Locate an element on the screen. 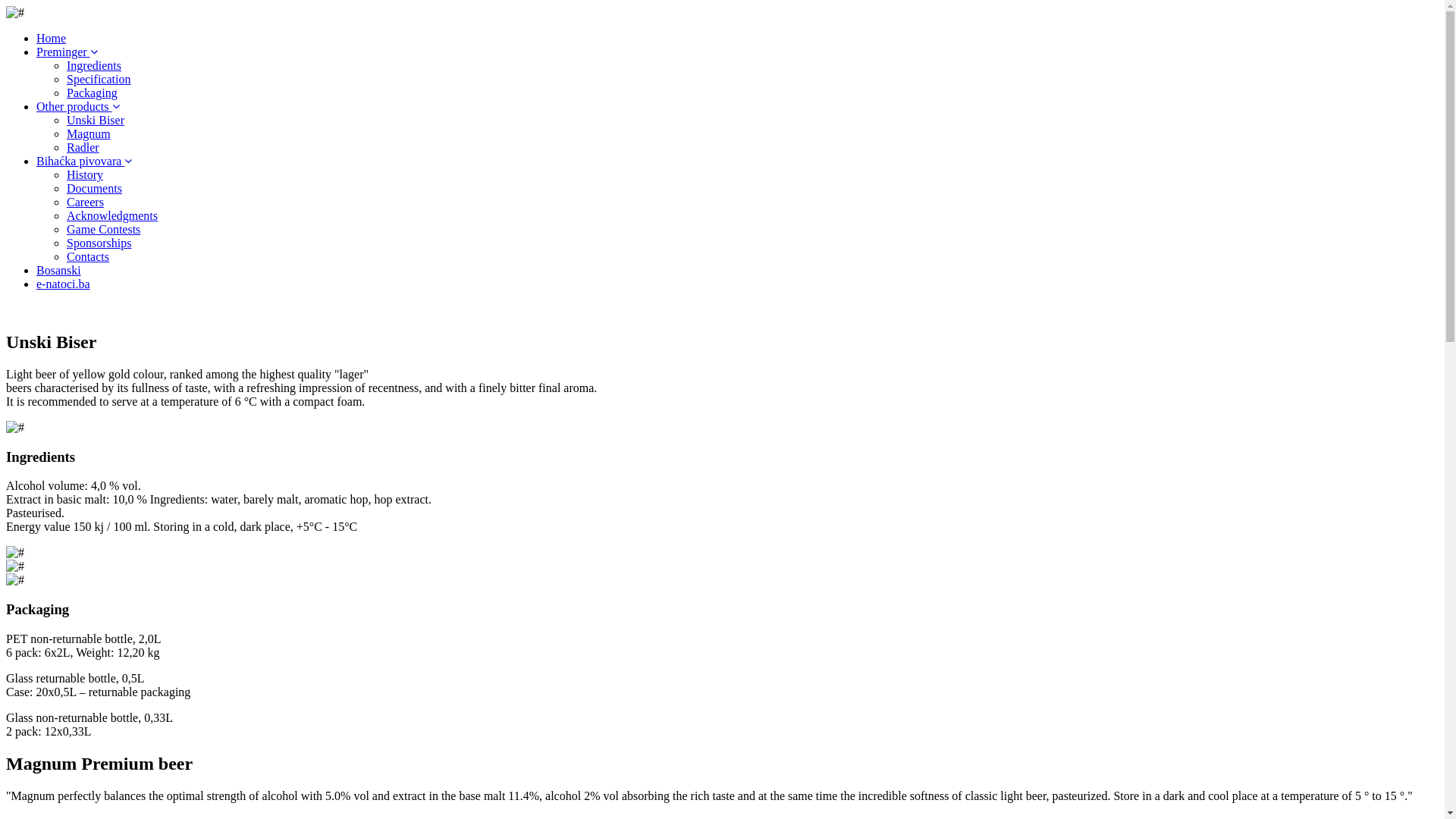 Image resolution: width=1456 pixels, height=819 pixels. 'History' is located at coordinates (65, 174).